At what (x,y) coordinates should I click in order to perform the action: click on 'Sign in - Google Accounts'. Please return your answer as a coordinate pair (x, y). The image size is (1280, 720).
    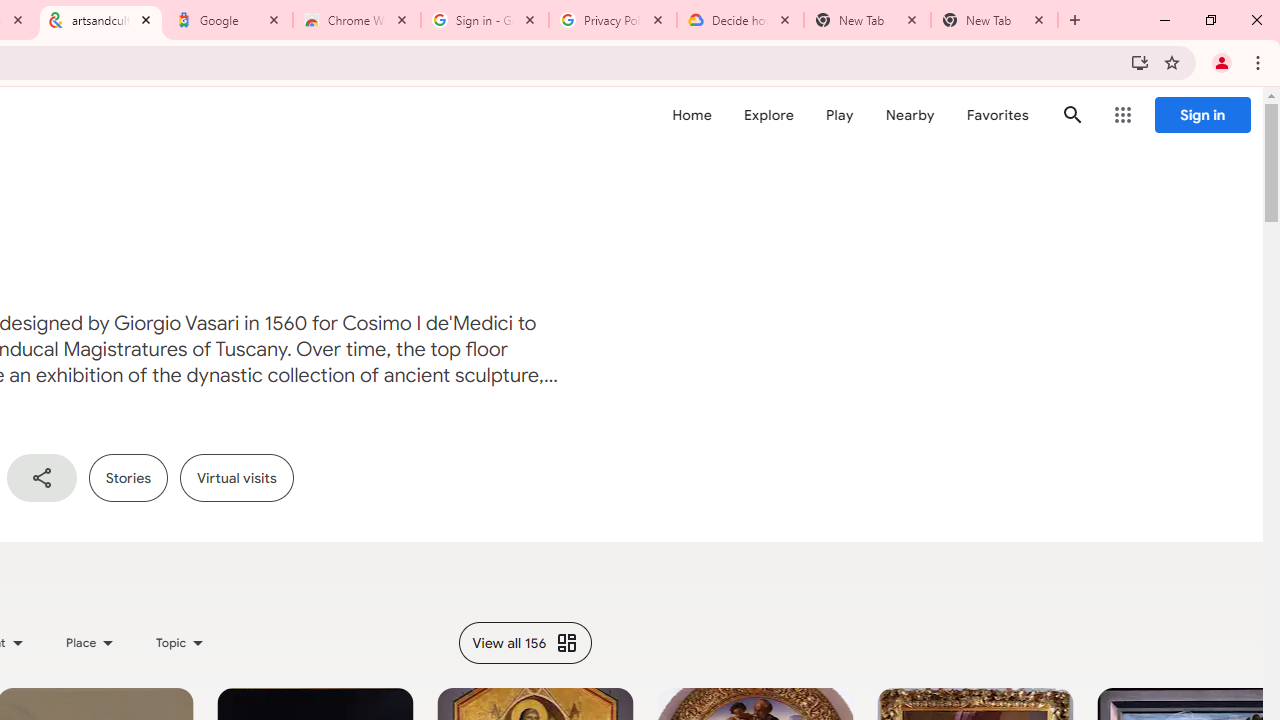
    Looking at the image, I should click on (485, 20).